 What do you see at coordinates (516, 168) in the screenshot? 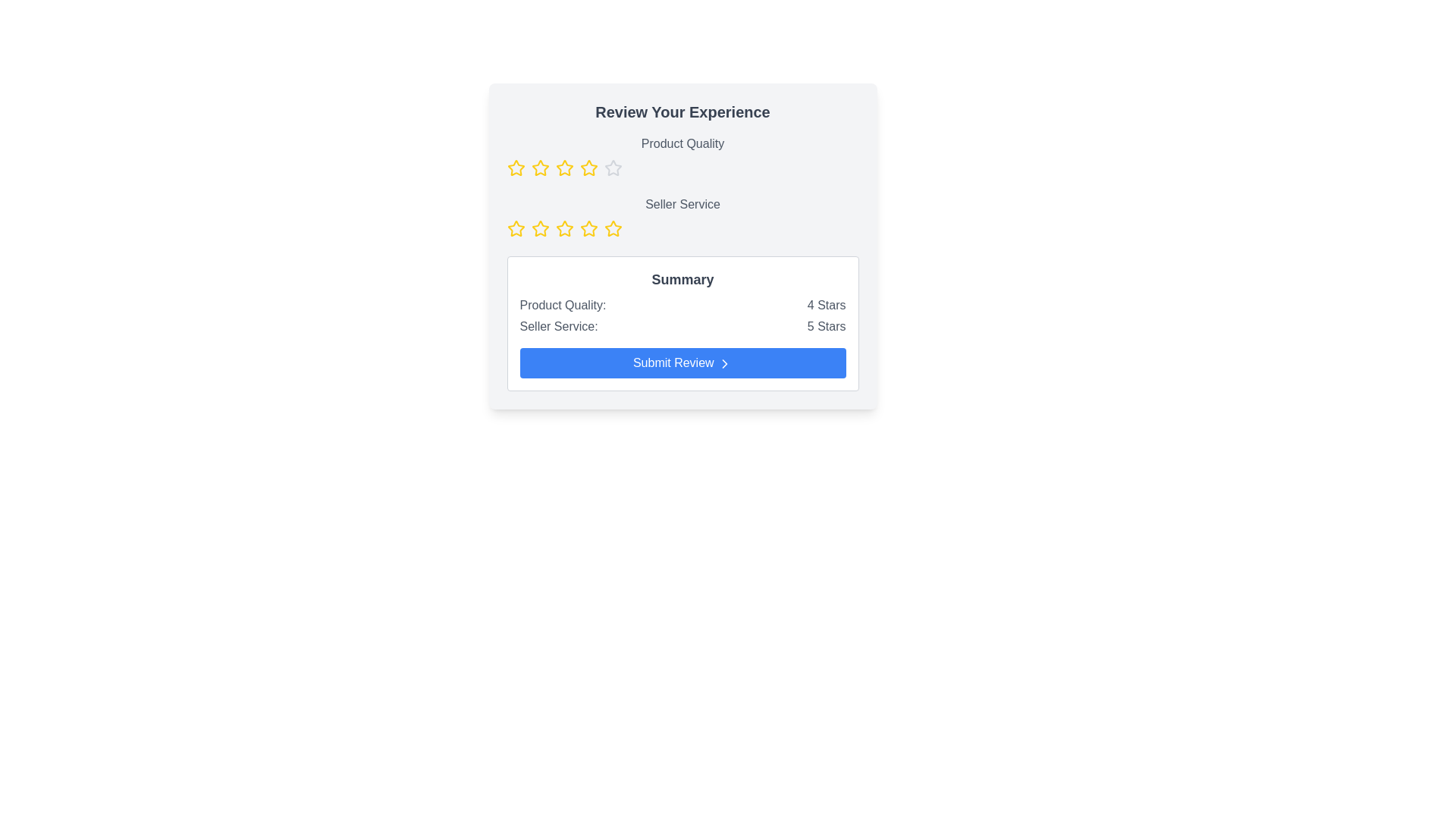
I see `the first yellow star icon used for rating, located next to the 'Product Quality' label` at bounding box center [516, 168].